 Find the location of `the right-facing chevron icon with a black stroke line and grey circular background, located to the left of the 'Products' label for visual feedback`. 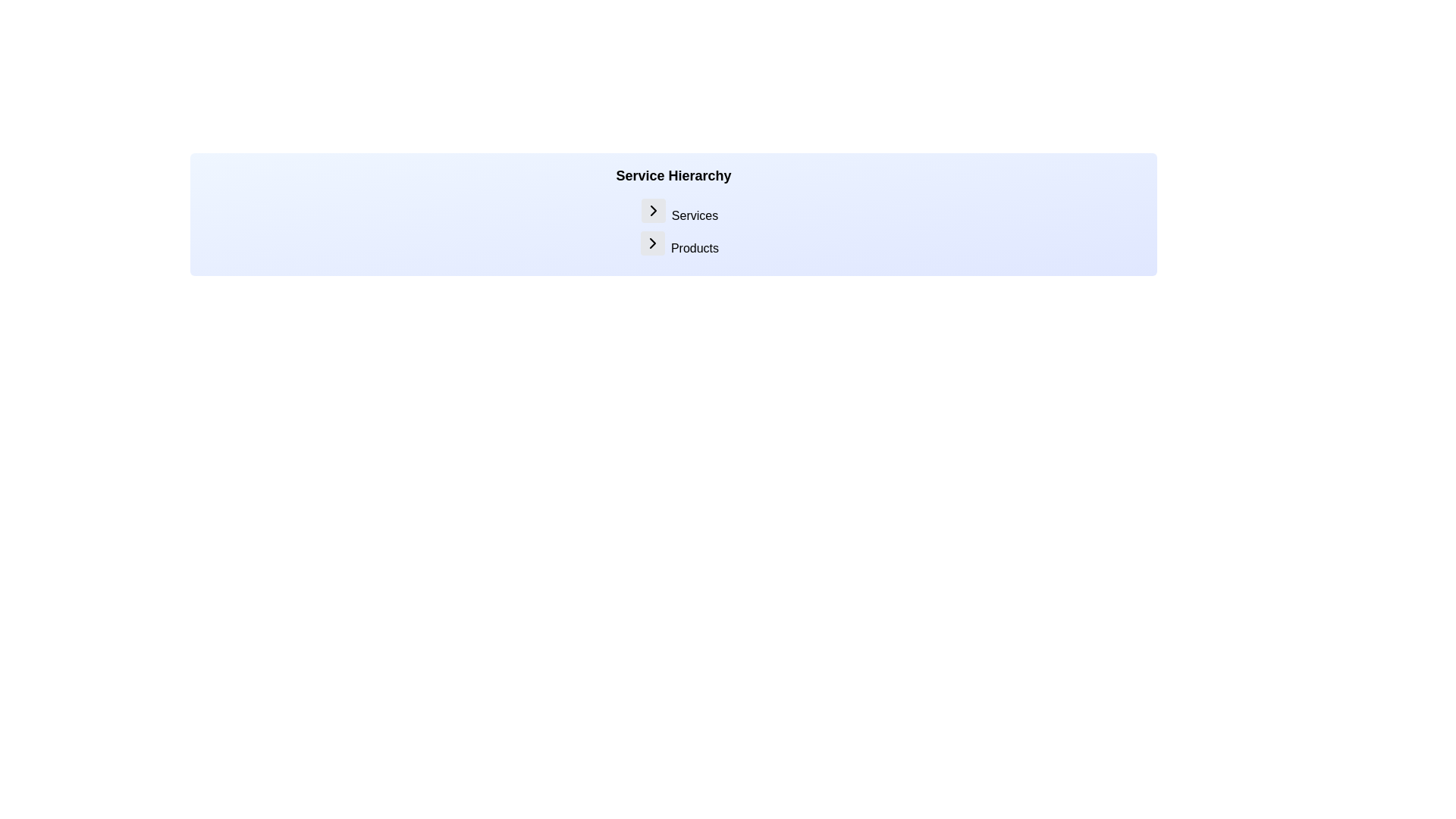

the right-facing chevron icon with a black stroke line and grey circular background, located to the left of the 'Products' label for visual feedback is located at coordinates (652, 242).